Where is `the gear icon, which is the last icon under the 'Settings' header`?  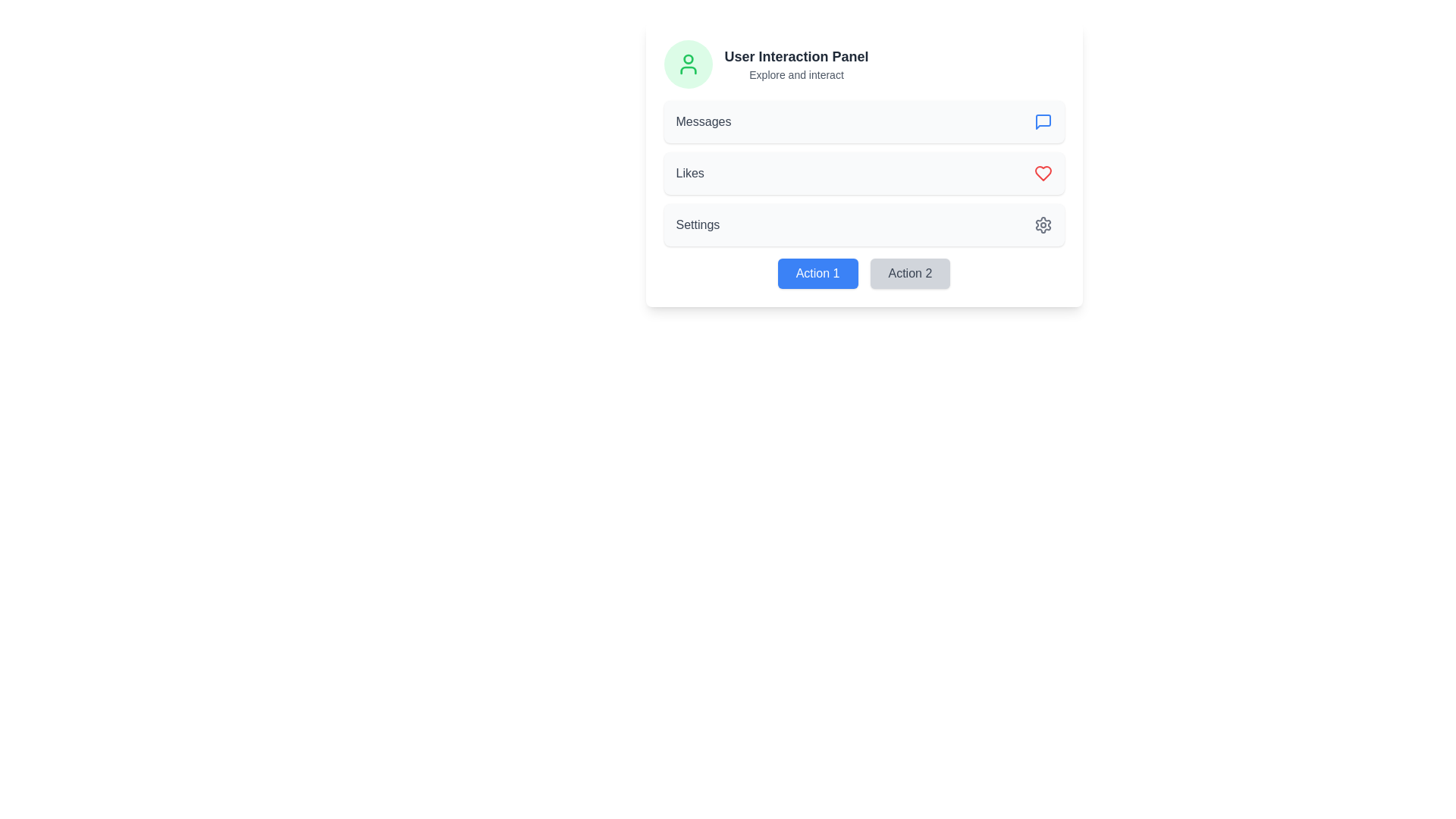
the gear icon, which is the last icon under the 'Settings' header is located at coordinates (1042, 225).